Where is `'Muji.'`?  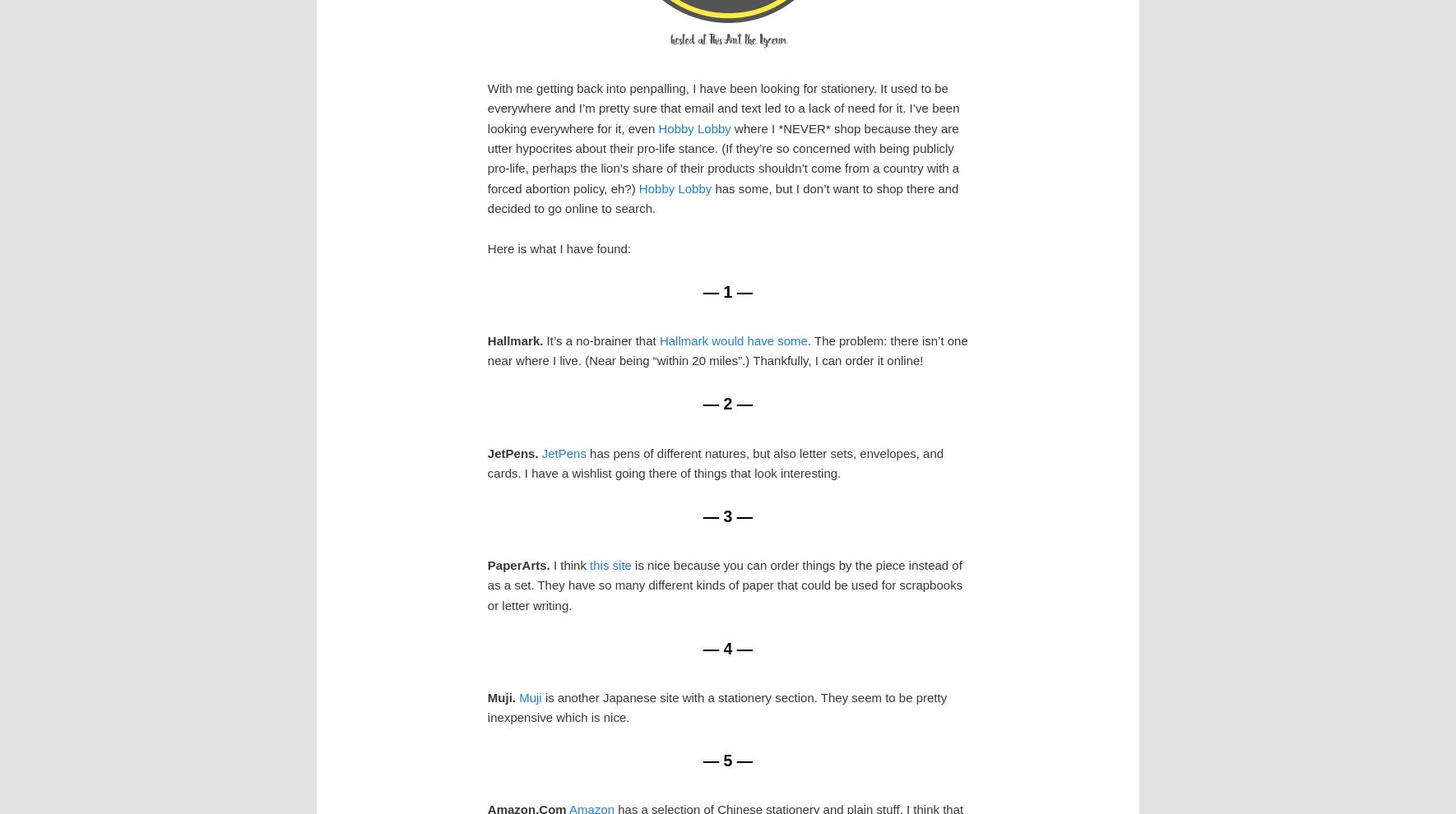 'Muji.' is located at coordinates (500, 696).